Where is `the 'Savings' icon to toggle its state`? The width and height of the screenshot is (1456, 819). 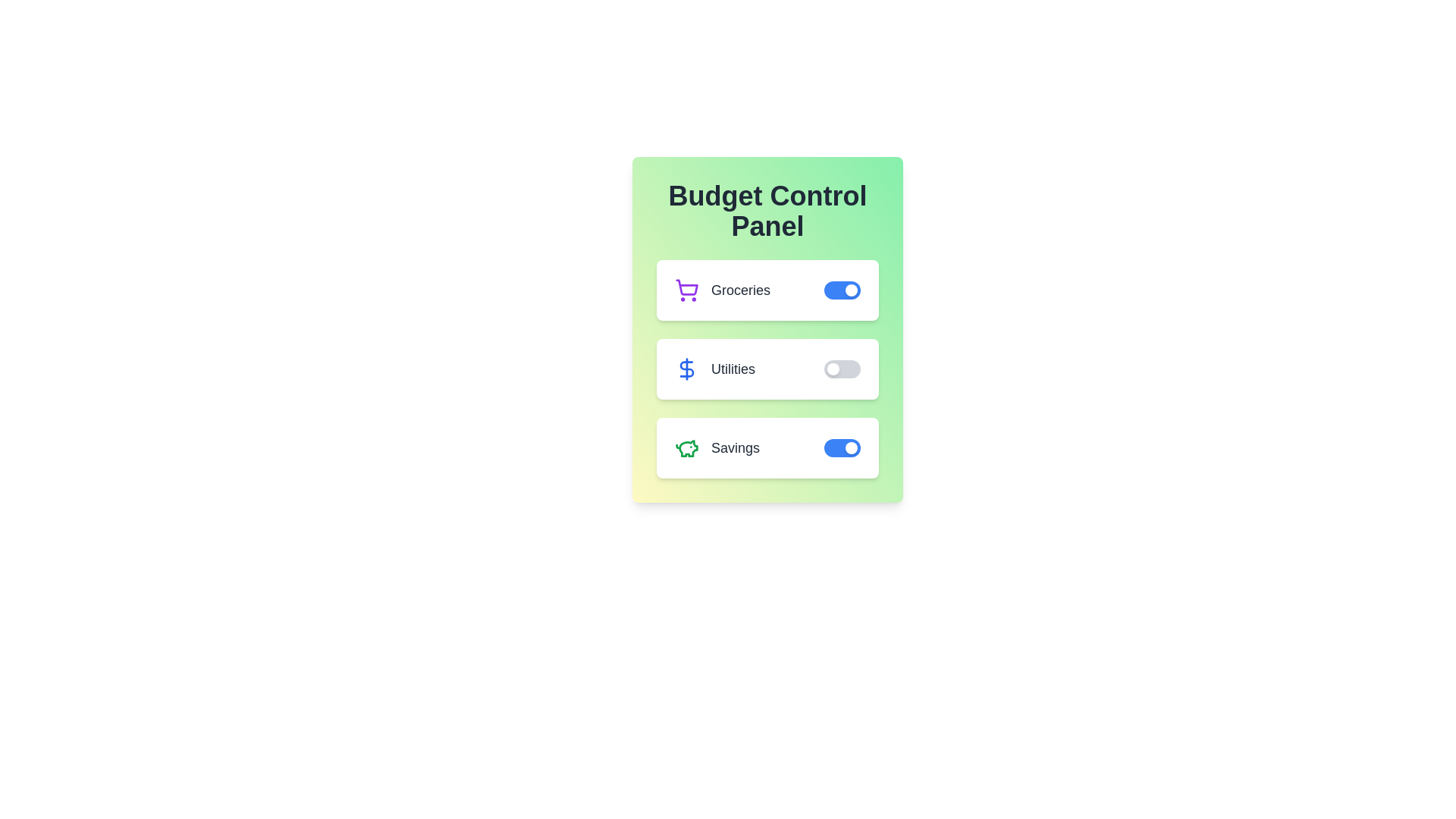
the 'Savings' icon to toggle its state is located at coordinates (686, 447).